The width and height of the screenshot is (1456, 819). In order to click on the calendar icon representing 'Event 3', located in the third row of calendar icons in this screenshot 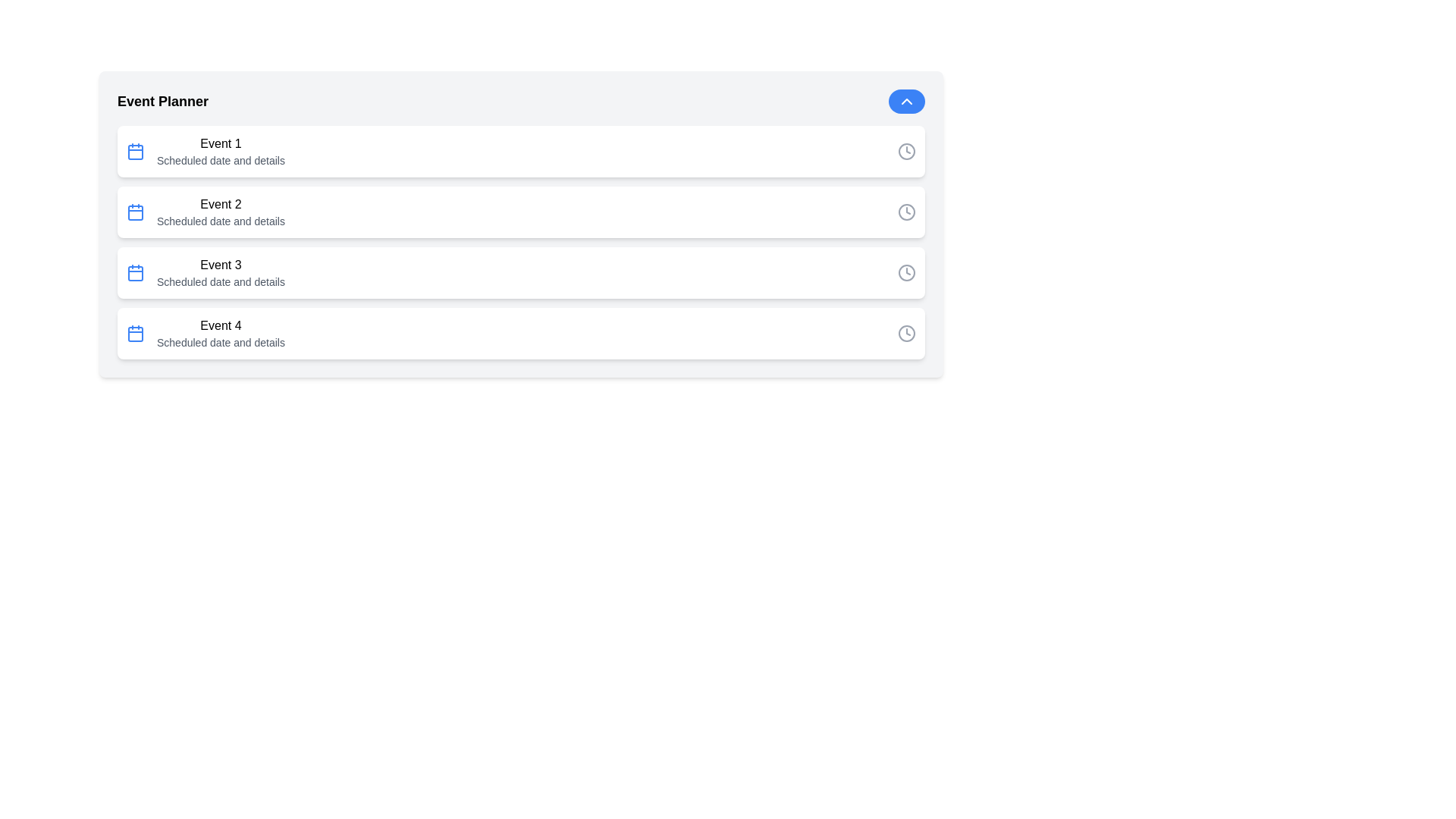, I will do `click(135, 274)`.